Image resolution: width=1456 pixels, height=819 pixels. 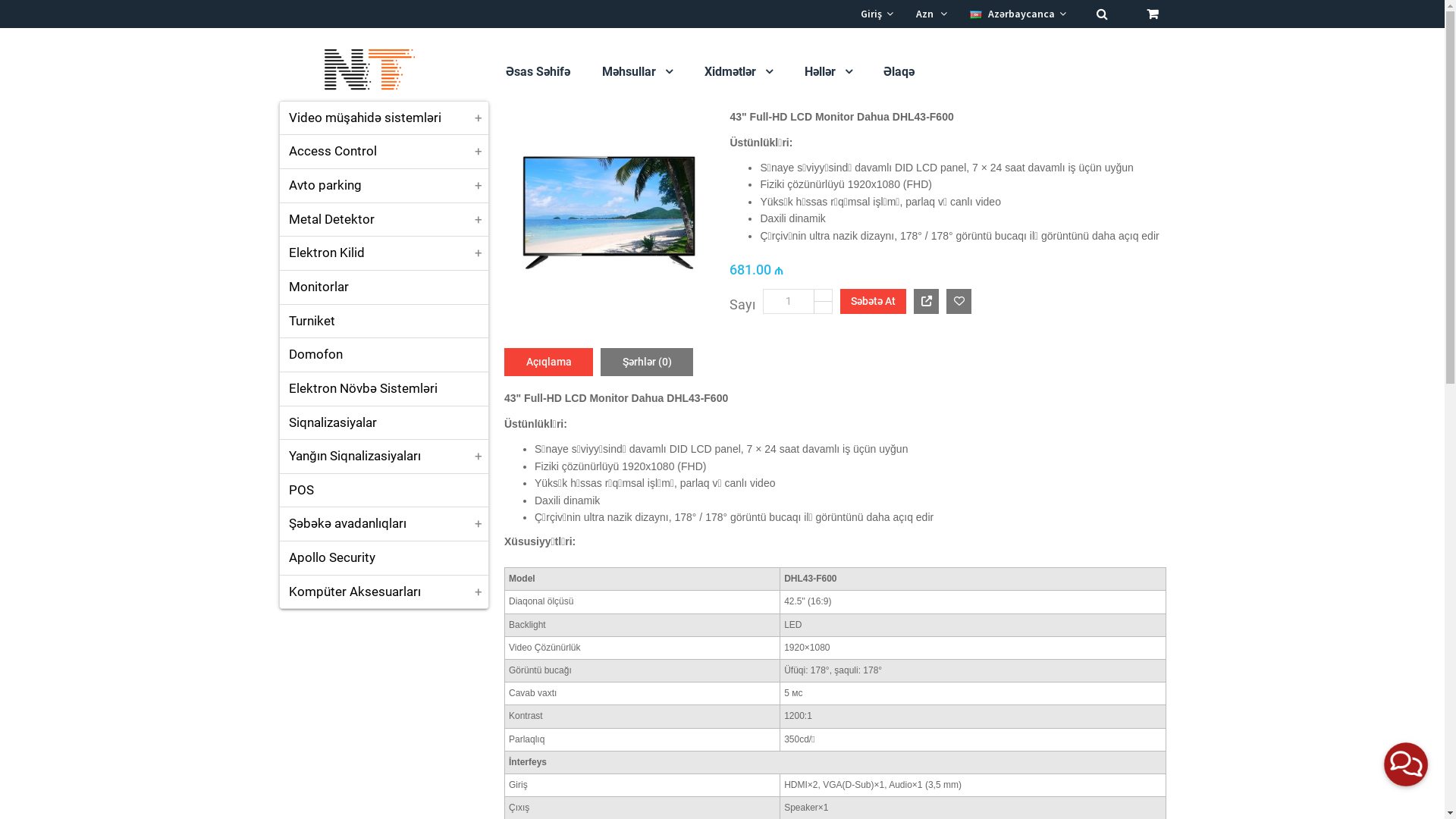 I want to click on 'Network Technologies', so click(x=279, y=70).